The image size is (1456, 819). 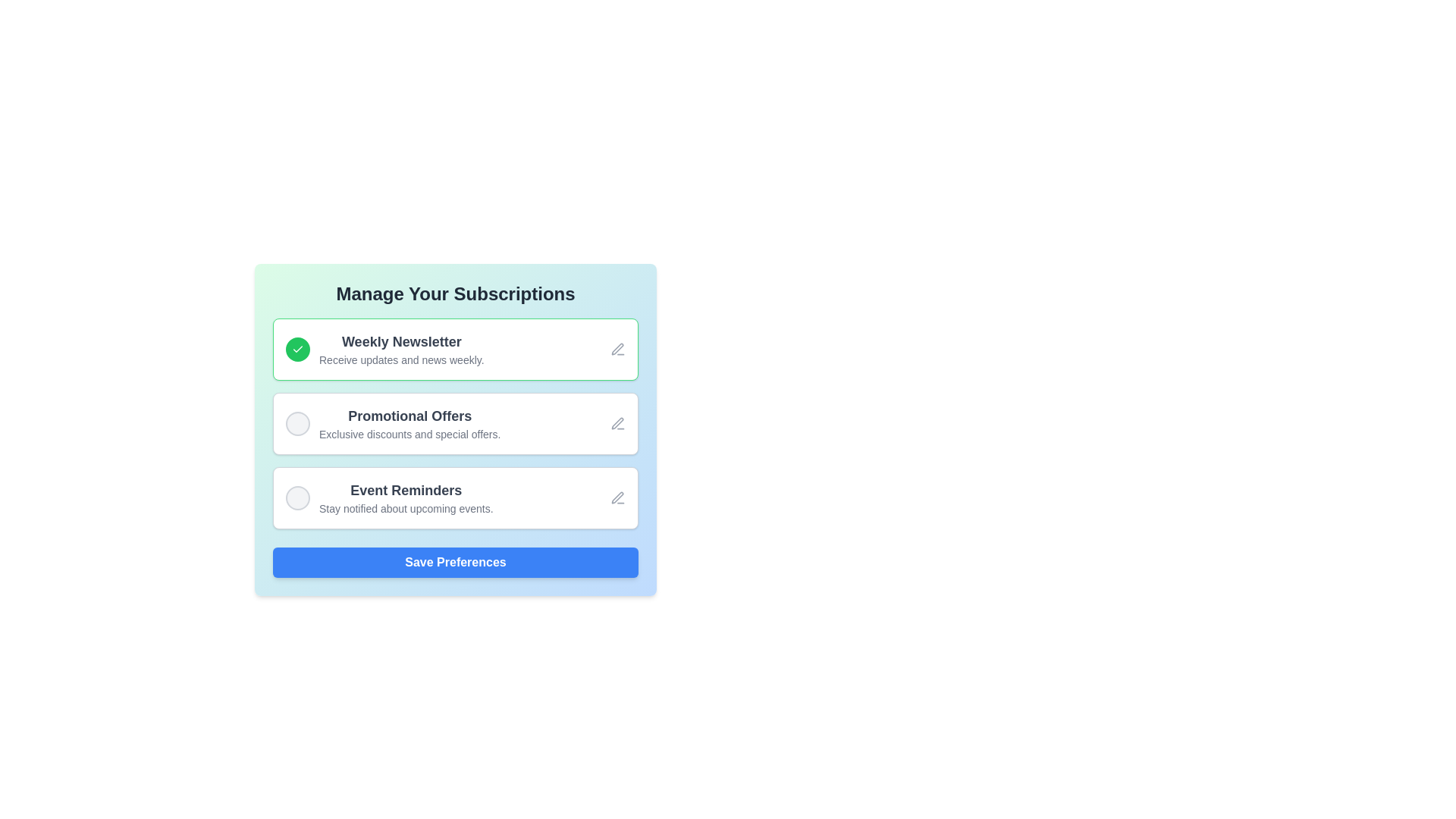 I want to click on the 'Save Subscription Preferences' button located at the bottom of the 'Manage Your Subscriptions' section, so click(x=454, y=562).